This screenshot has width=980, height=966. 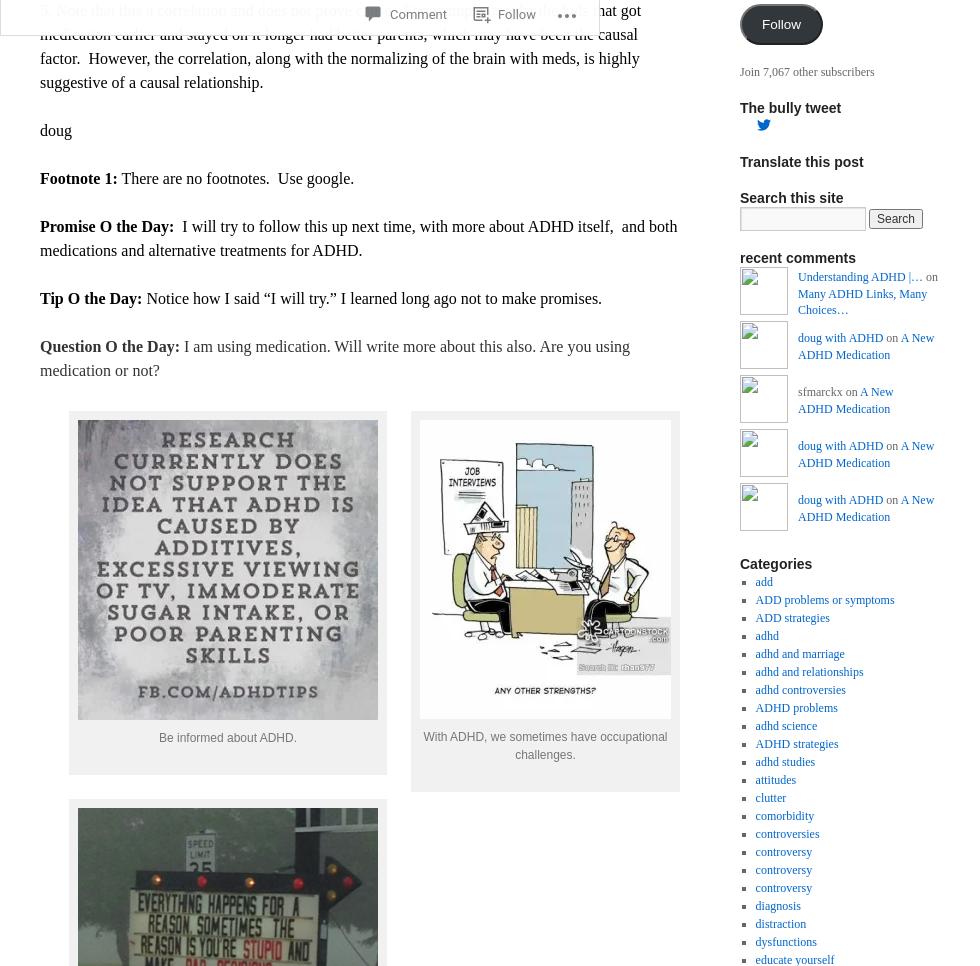 I want to click on 'attitudes', so click(x=775, y=777).